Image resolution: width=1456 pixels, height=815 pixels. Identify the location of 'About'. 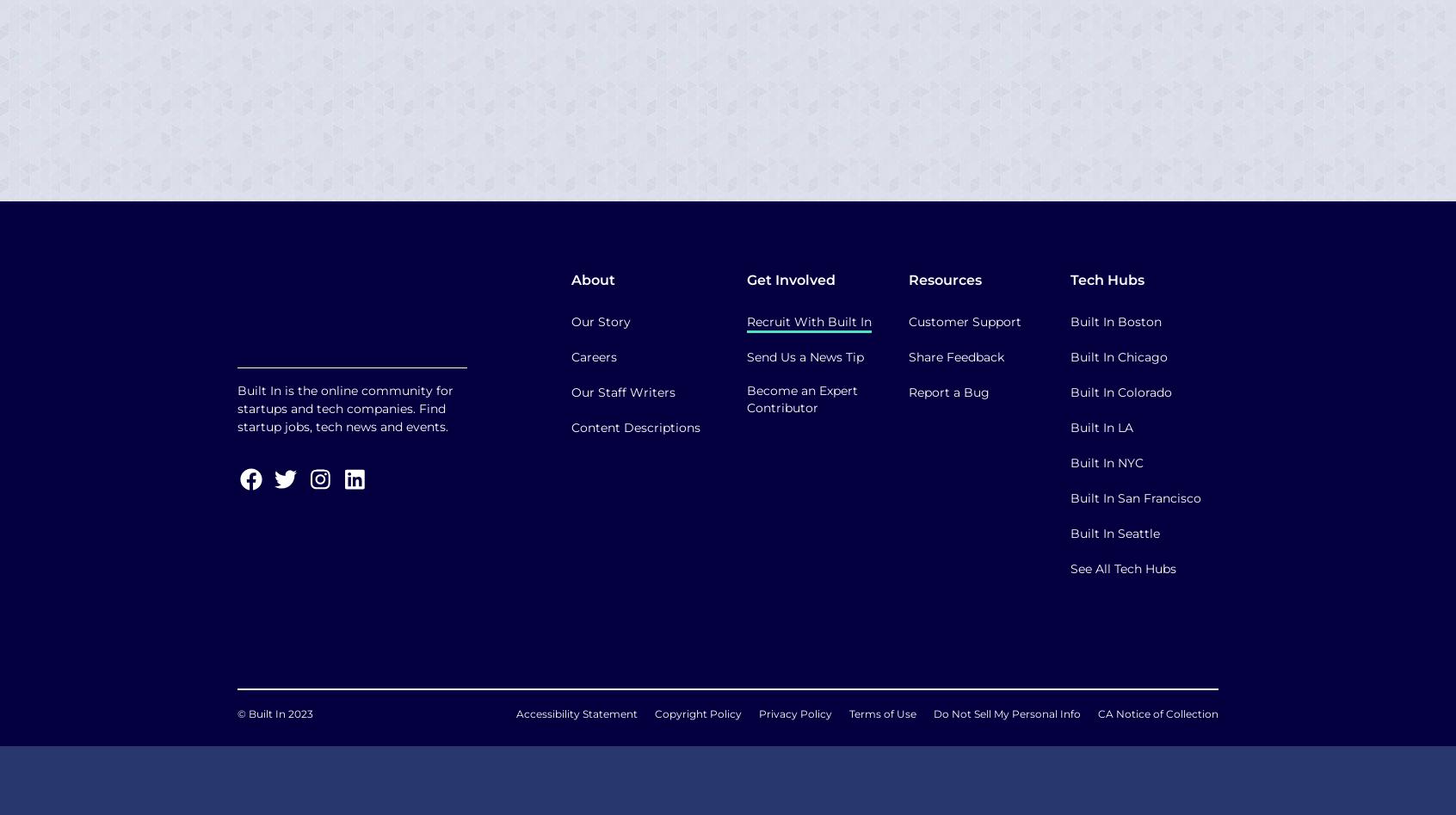
(593, 279).